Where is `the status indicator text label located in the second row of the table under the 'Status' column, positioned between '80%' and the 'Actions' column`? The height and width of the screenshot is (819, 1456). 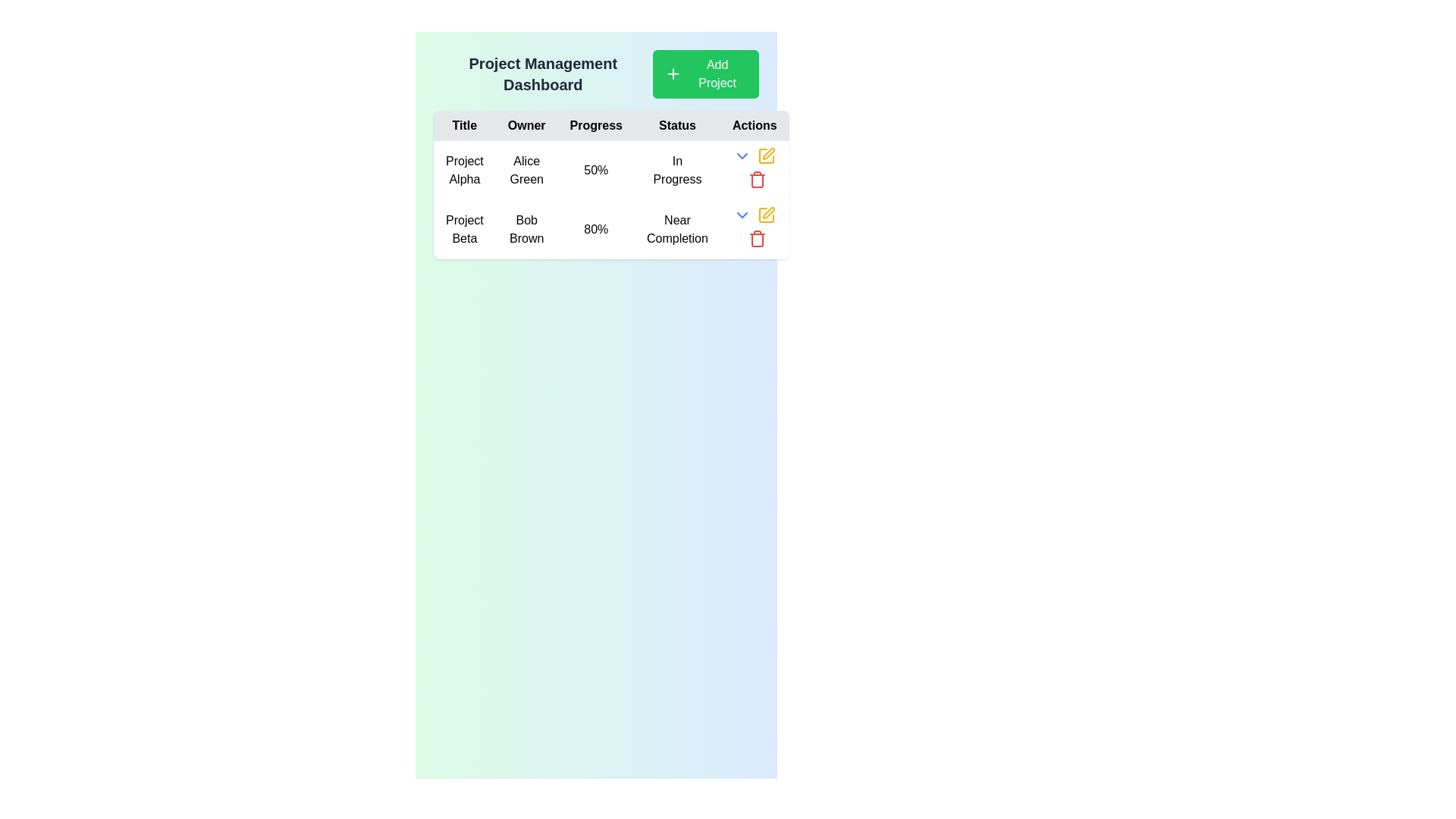 the status indicator text label located in the second row of the table under the 'Status' column, positioned between '80%' and the 'Actions' column is located at coordinates (676, 230).